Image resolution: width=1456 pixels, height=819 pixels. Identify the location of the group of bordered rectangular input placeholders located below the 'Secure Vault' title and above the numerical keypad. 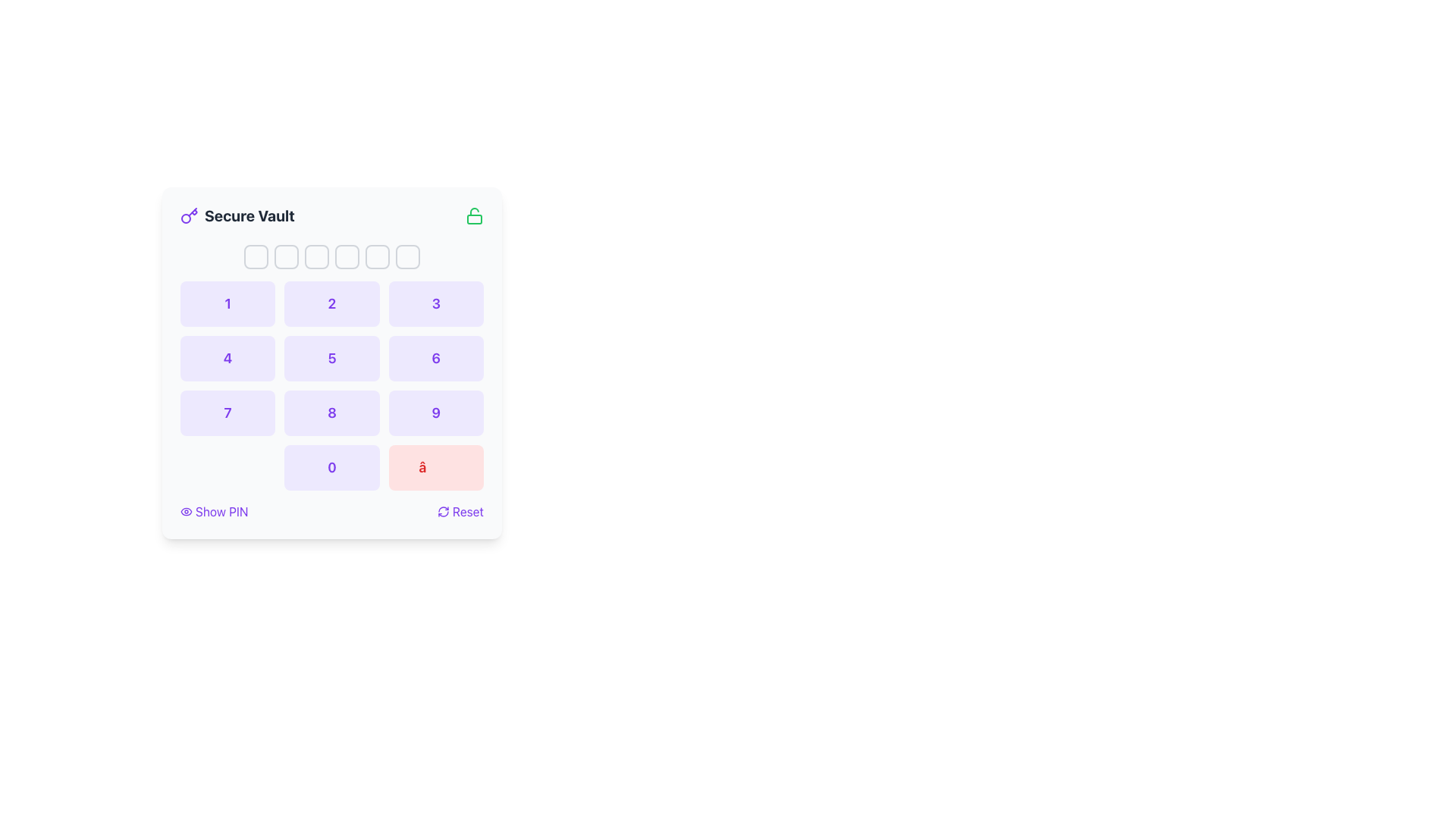
(331, 256).